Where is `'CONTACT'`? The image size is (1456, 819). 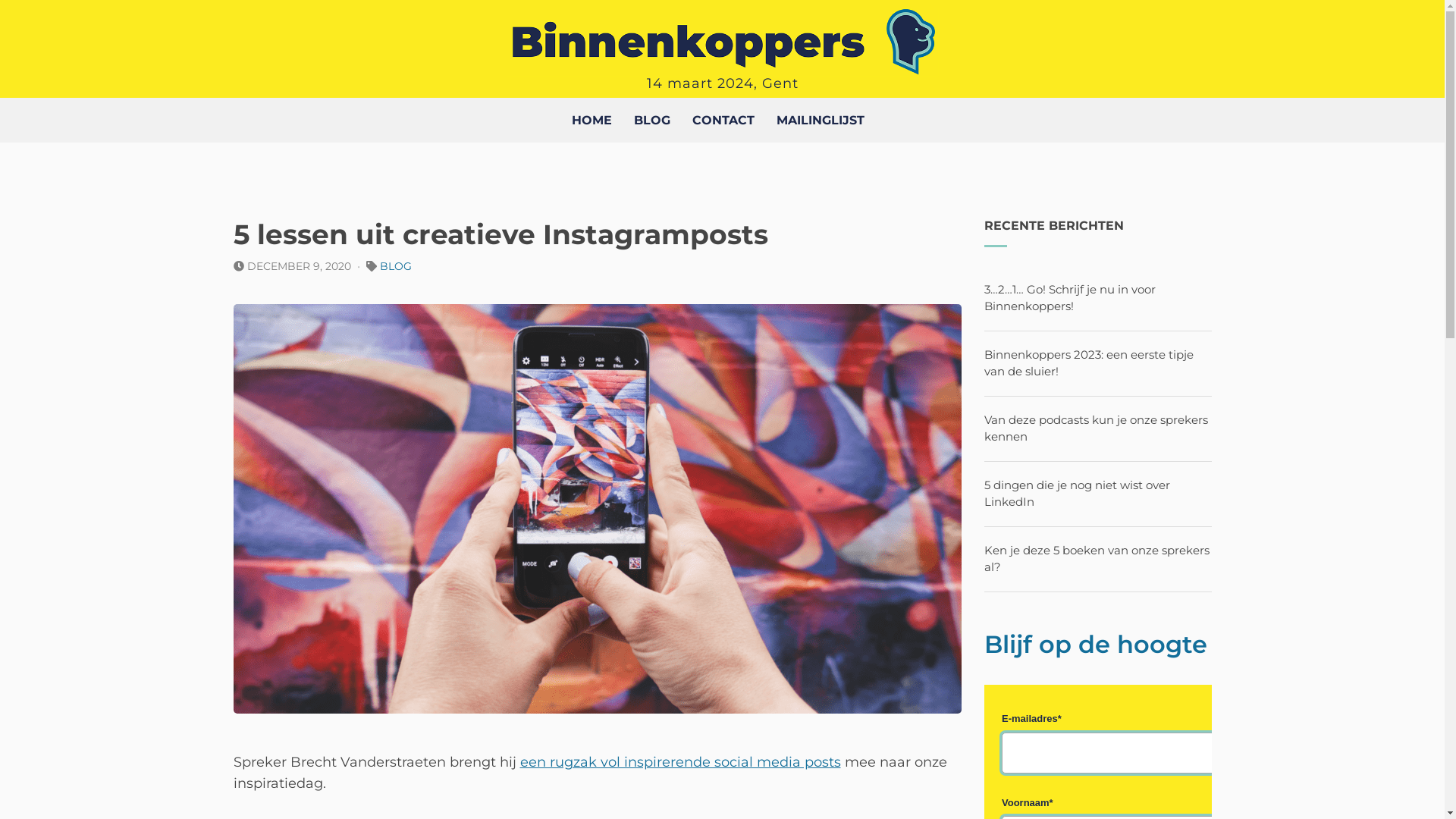 'CONTACT' is located at coordinates (722, 119).